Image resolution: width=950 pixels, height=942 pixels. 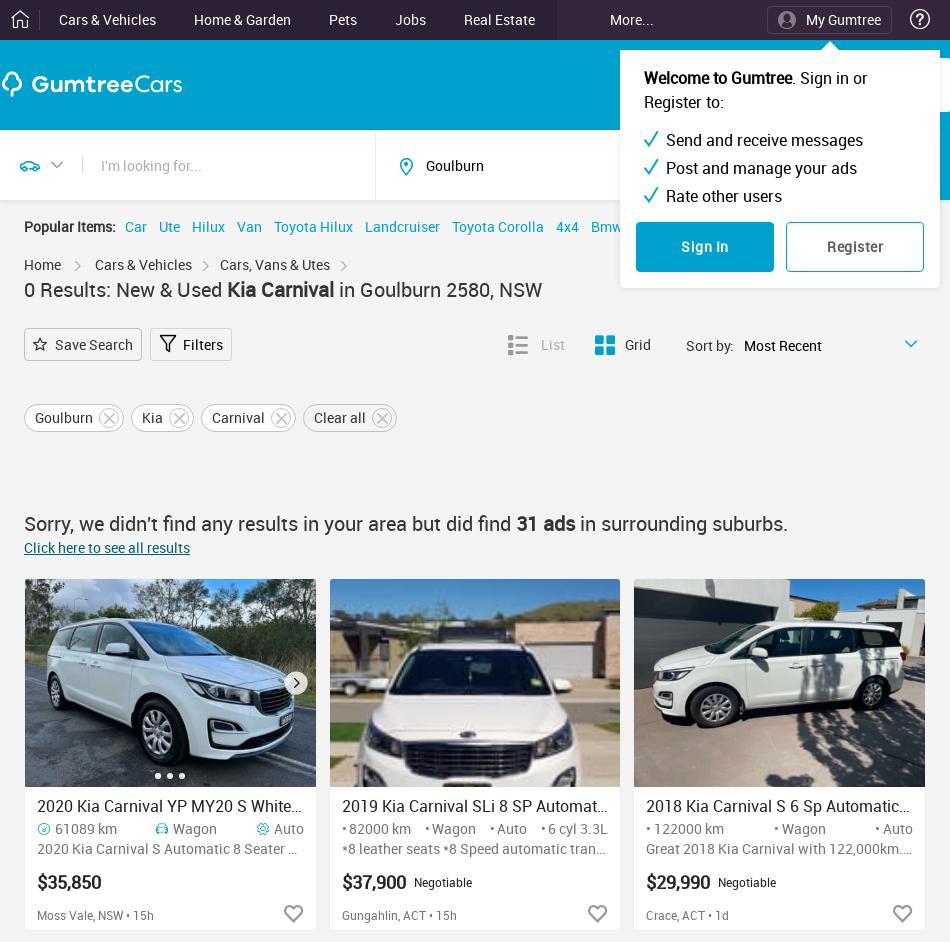 What do you see at coordinates (760, 166) in the screenshot?
I see `'Post and manage your ads'` at bounding box center [760, 166].